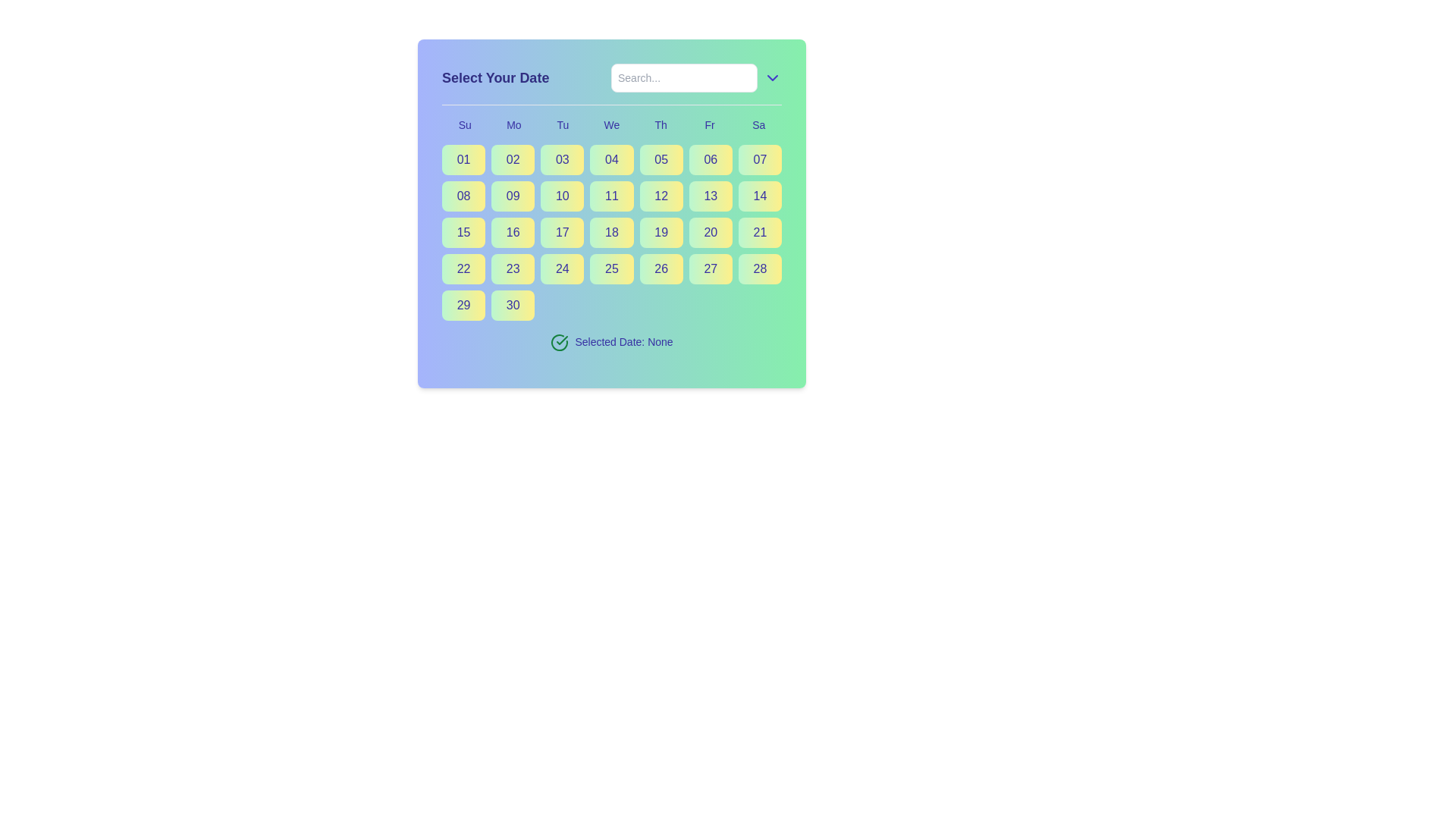  I want to click on the text label indicating 'Thursday' in the calendar's week grid to possibly display a tooltip, so click(661, 124).